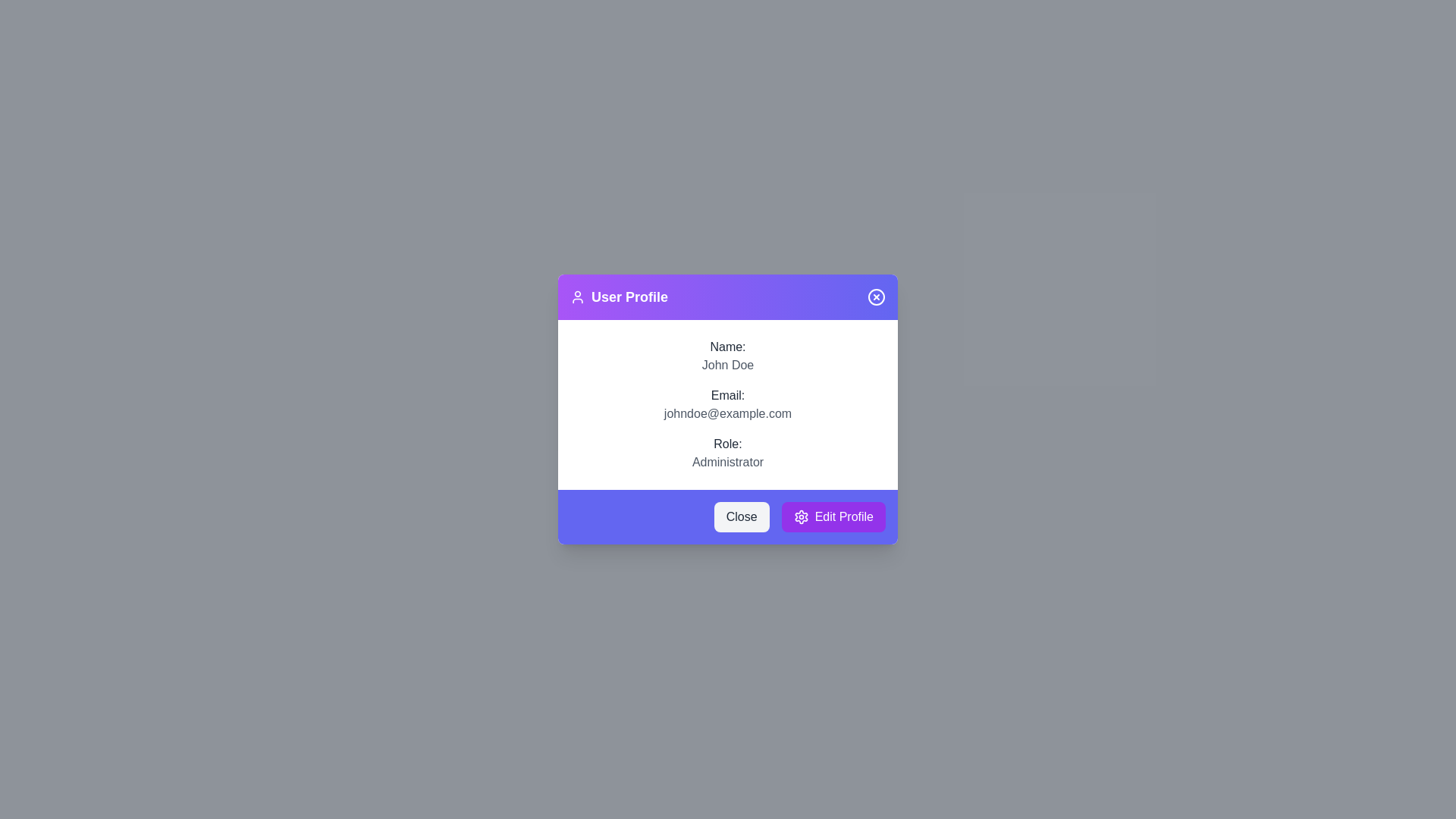 This screenshot has height=819, width=1456. I want to click on the static text label indicating the user's role, which is located above the text 'Administrator' in the user information dialog window, so click(728, 444).